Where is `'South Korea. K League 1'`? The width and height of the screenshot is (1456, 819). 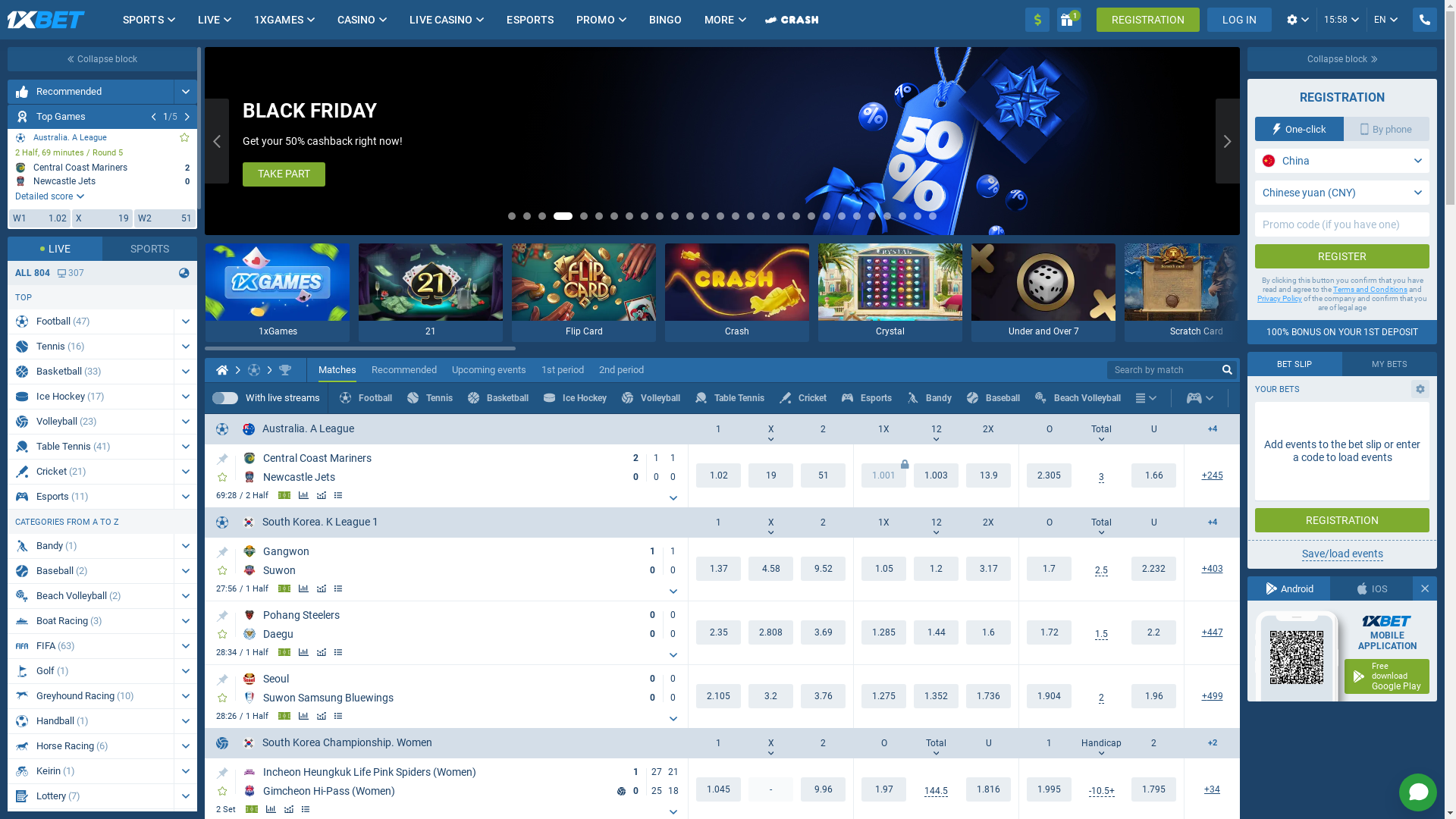 'South Korea. K League 1' is located at coordinates (309, 521).